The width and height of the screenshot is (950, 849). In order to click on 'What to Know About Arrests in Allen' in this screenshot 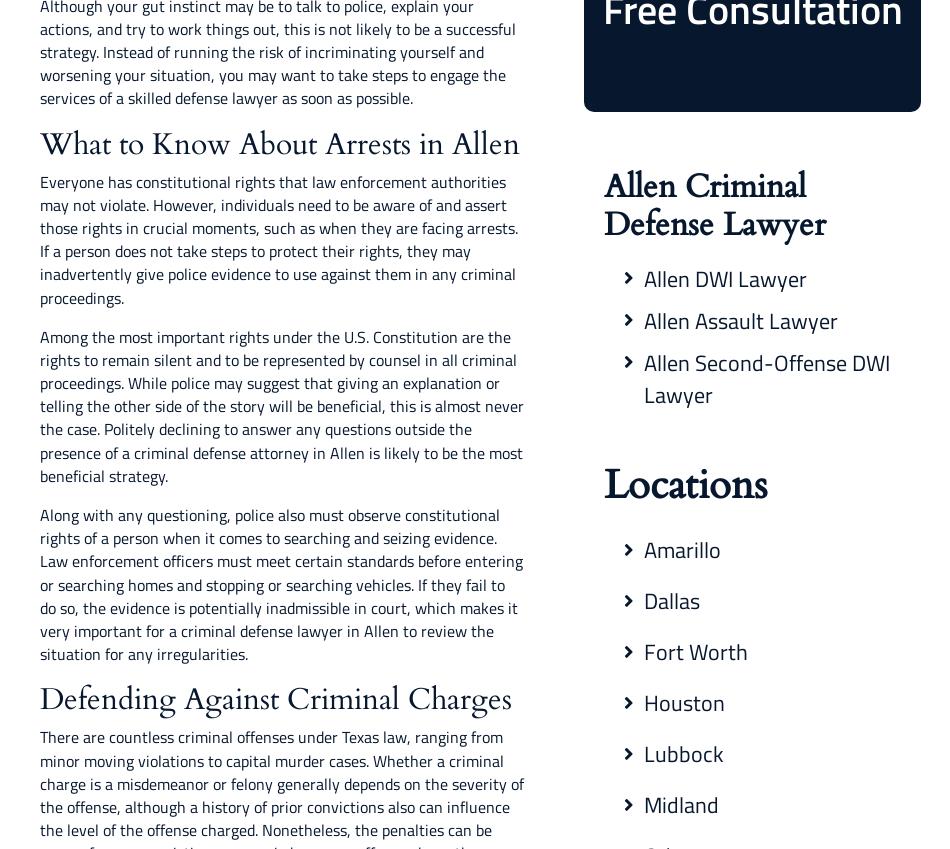, I will do `click(278, 143)`.